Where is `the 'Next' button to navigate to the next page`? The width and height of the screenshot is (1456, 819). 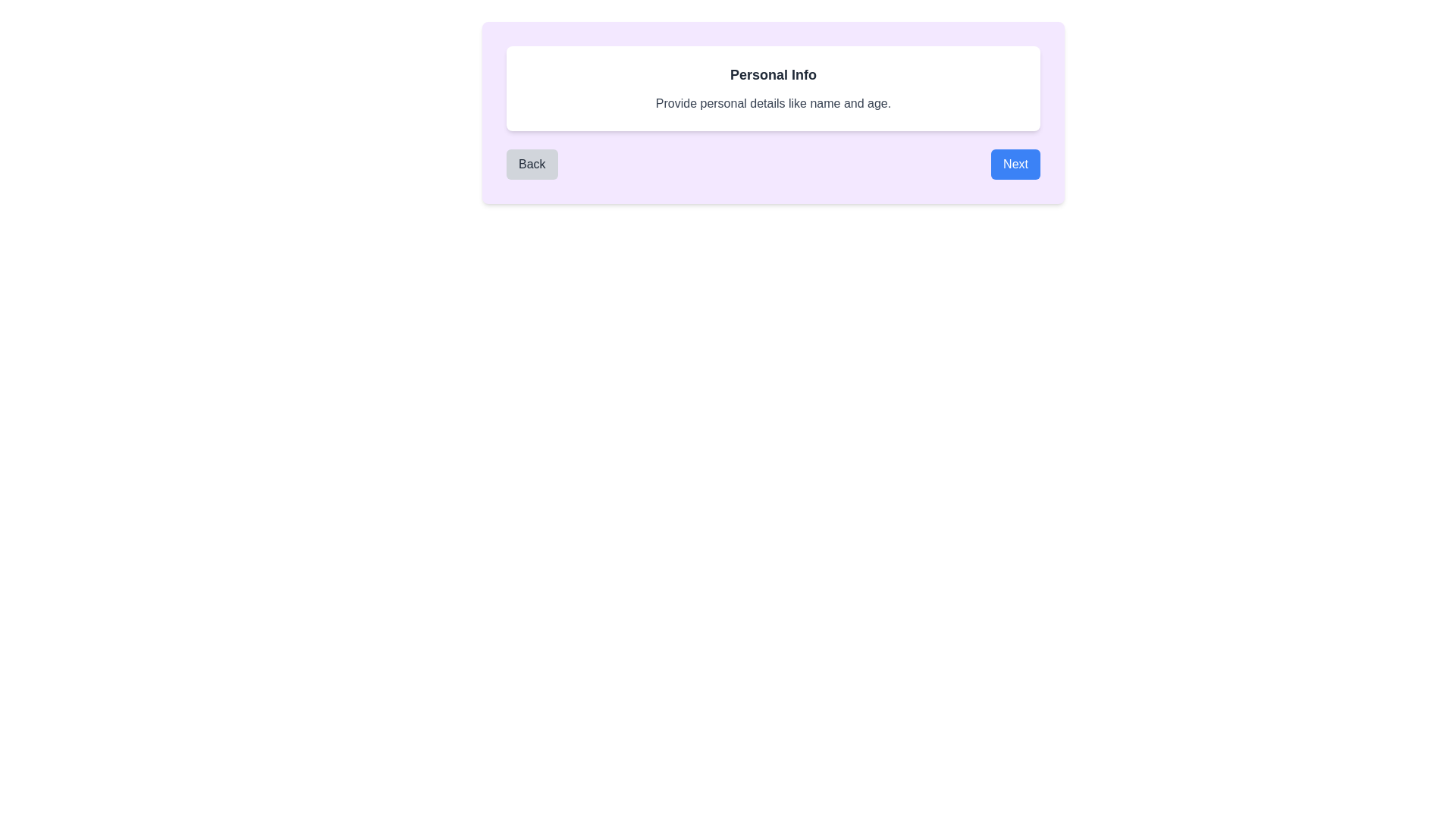
the 'Next' button to navigate to the next page is located at coordinates (1015, 164).